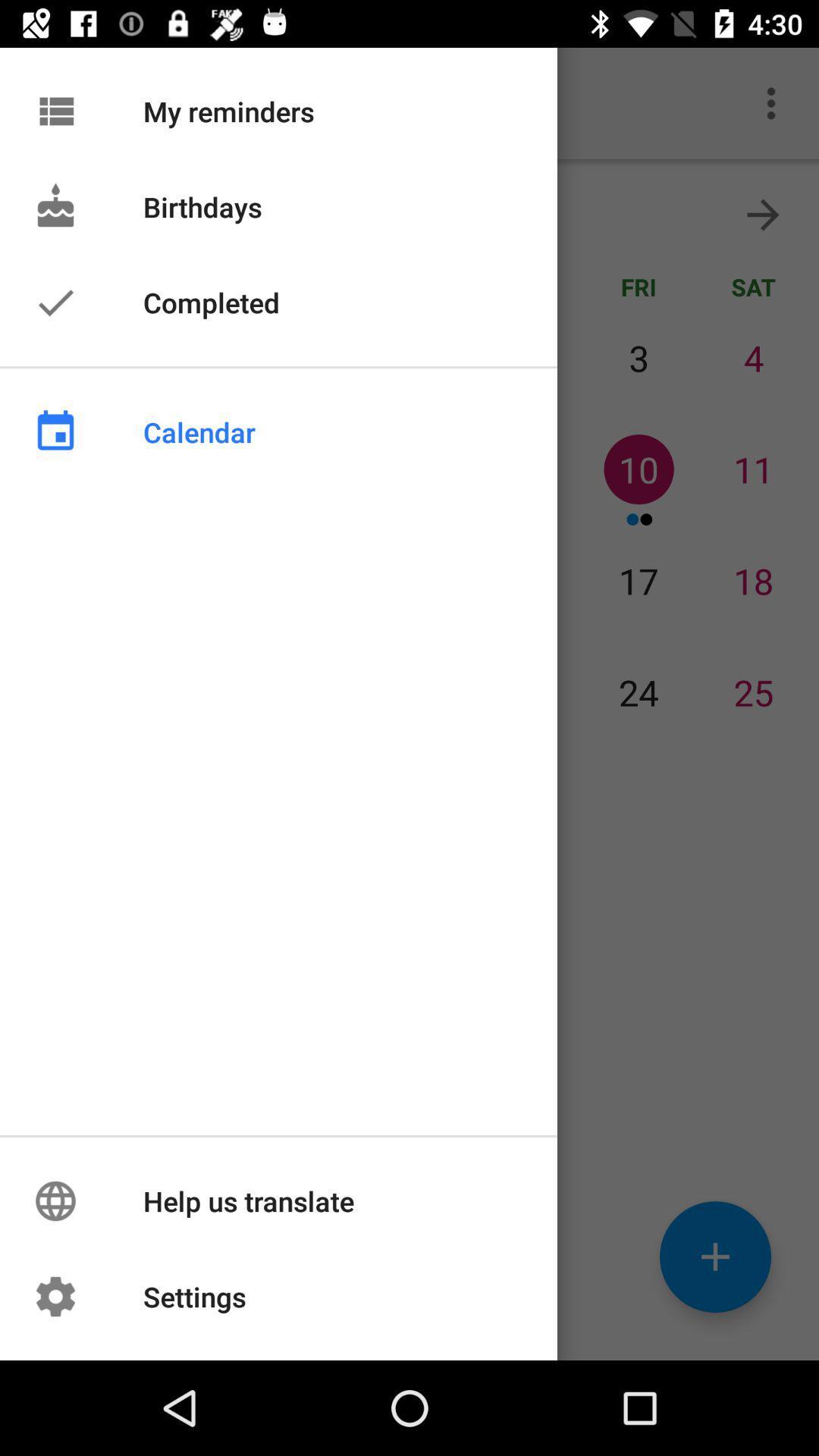 Image resolution: width=819 pixels, height=1456 pixels. I want to click on the three vertical dot icon at the top right corner, so click(771, 103).